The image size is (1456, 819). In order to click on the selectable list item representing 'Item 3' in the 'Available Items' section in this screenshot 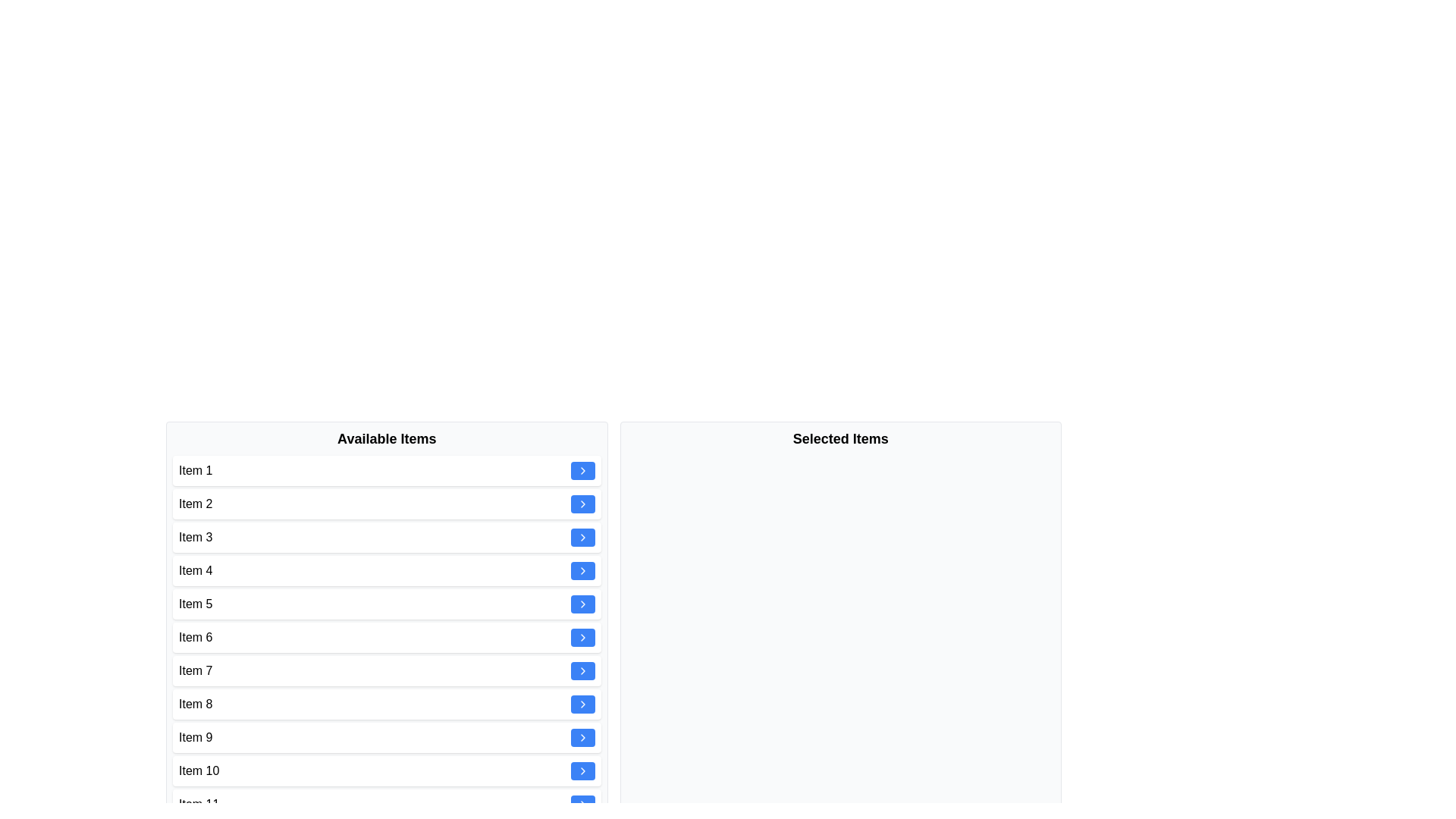, I will do `click(387, 537)`.